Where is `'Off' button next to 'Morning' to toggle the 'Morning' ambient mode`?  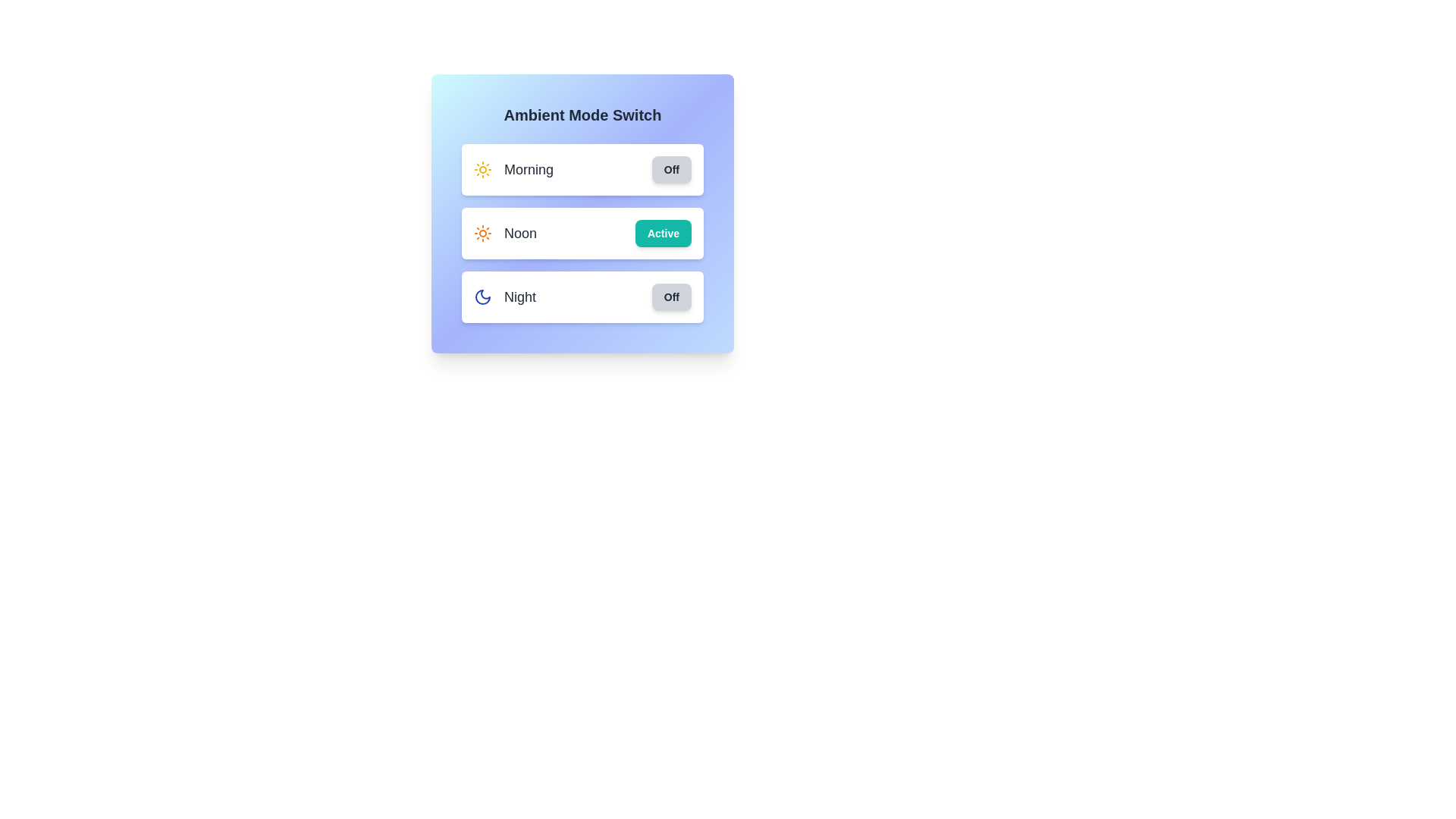
'Off' button next to 'Morning' to toggle the 'Morning' ambient mode is located at coordinates (670, 169).